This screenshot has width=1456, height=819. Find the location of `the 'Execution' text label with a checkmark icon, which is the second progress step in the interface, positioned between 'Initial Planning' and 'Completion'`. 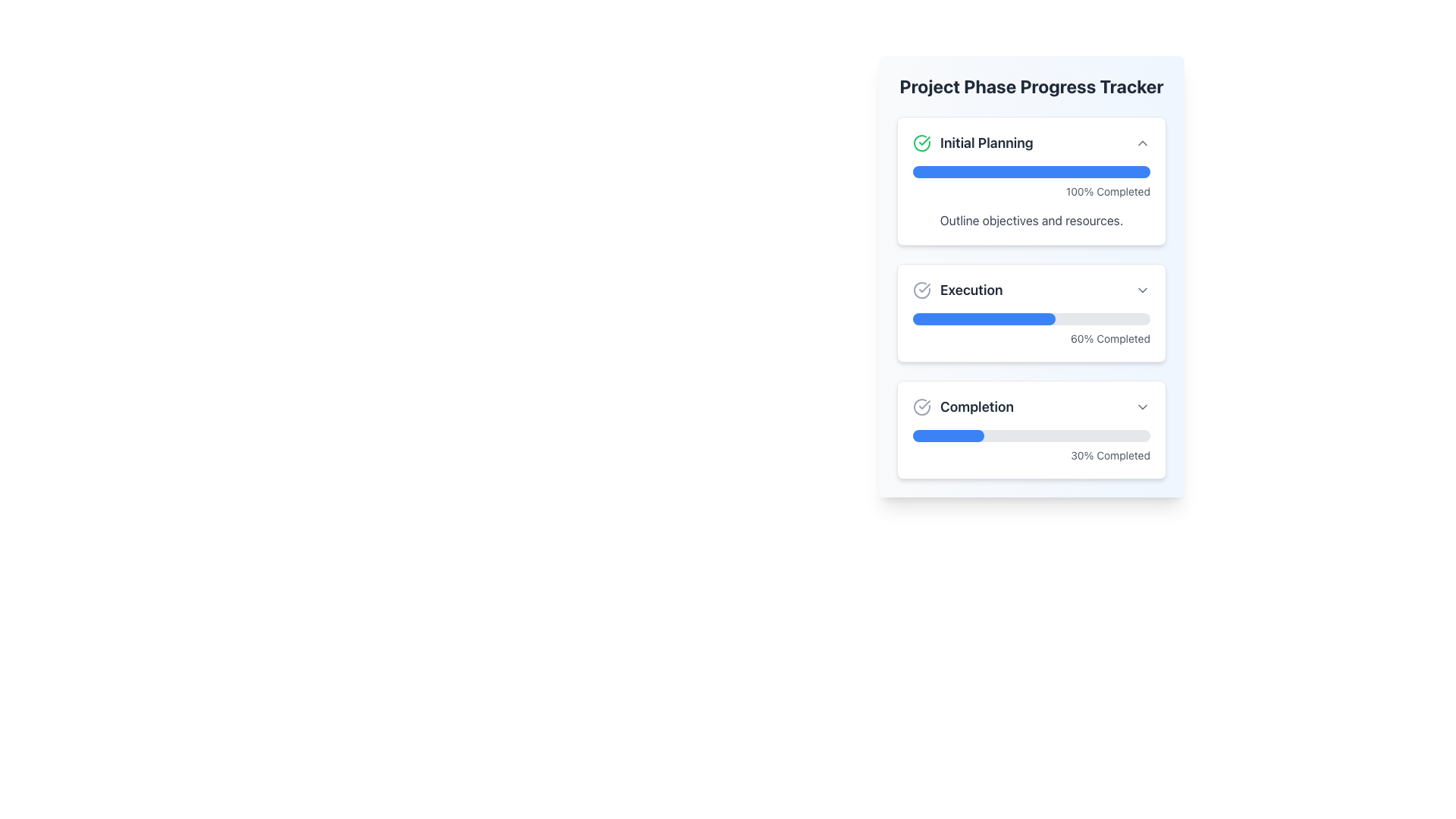

the 'Execution' text label with a checkmark icon, which is the second progress step in the interface, positioned between 'Initial Planning' and 'Completion' is located at coordinates (957, 290).